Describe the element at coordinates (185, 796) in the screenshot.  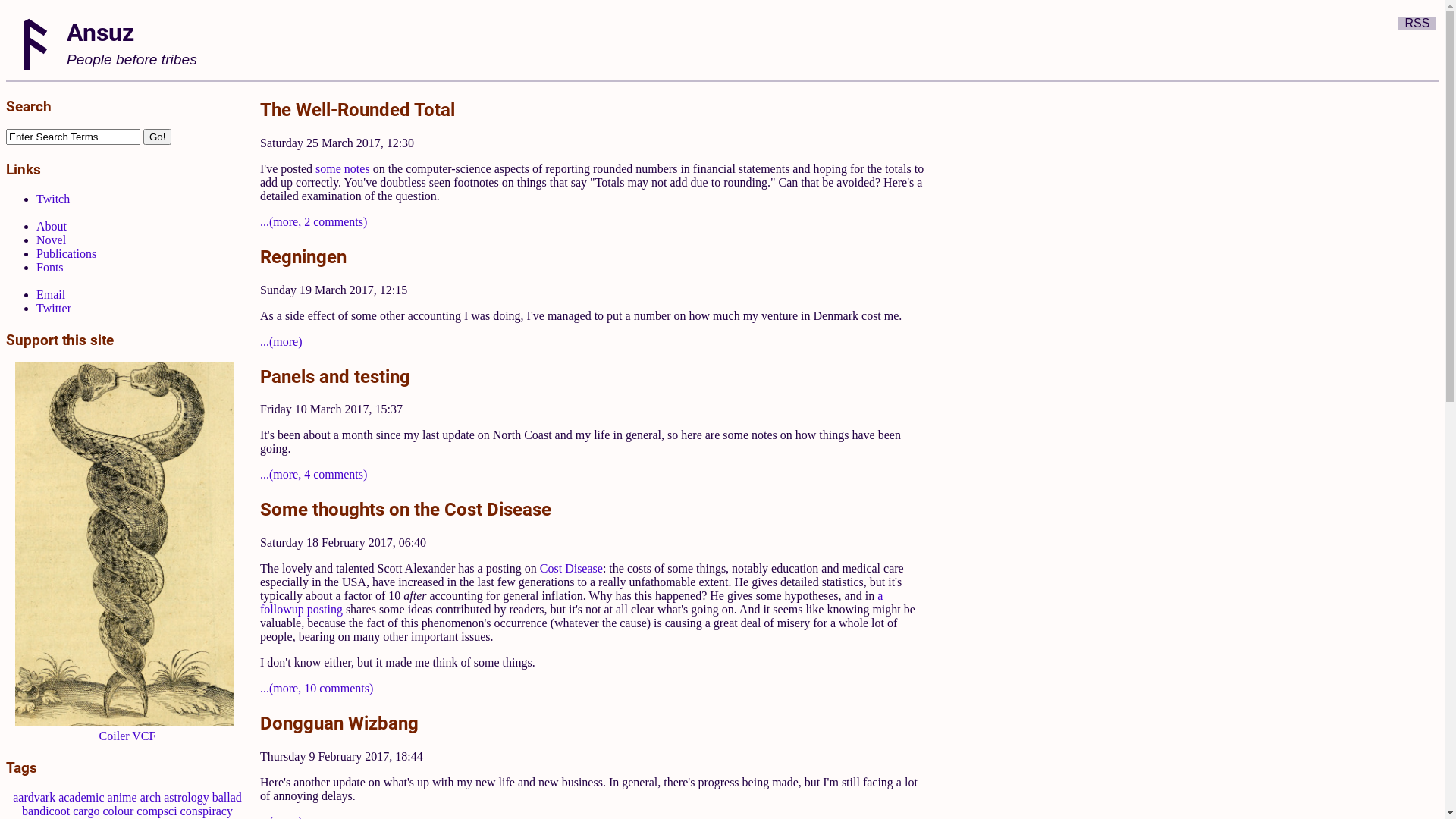
I see `'astrology'` at that location.